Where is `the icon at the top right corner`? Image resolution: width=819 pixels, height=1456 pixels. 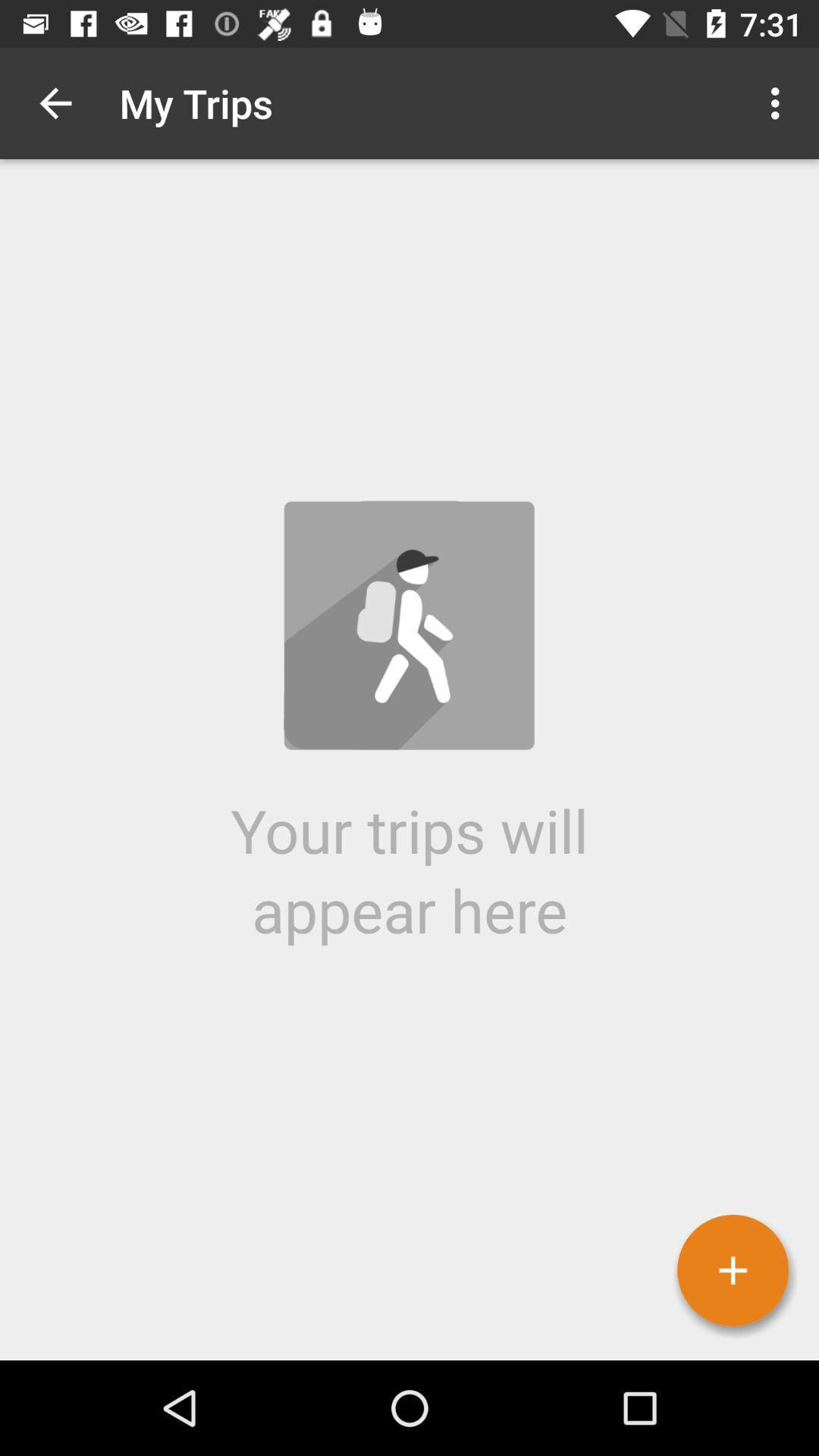 the icon at the top right corner is located at coordinates (779, 102).